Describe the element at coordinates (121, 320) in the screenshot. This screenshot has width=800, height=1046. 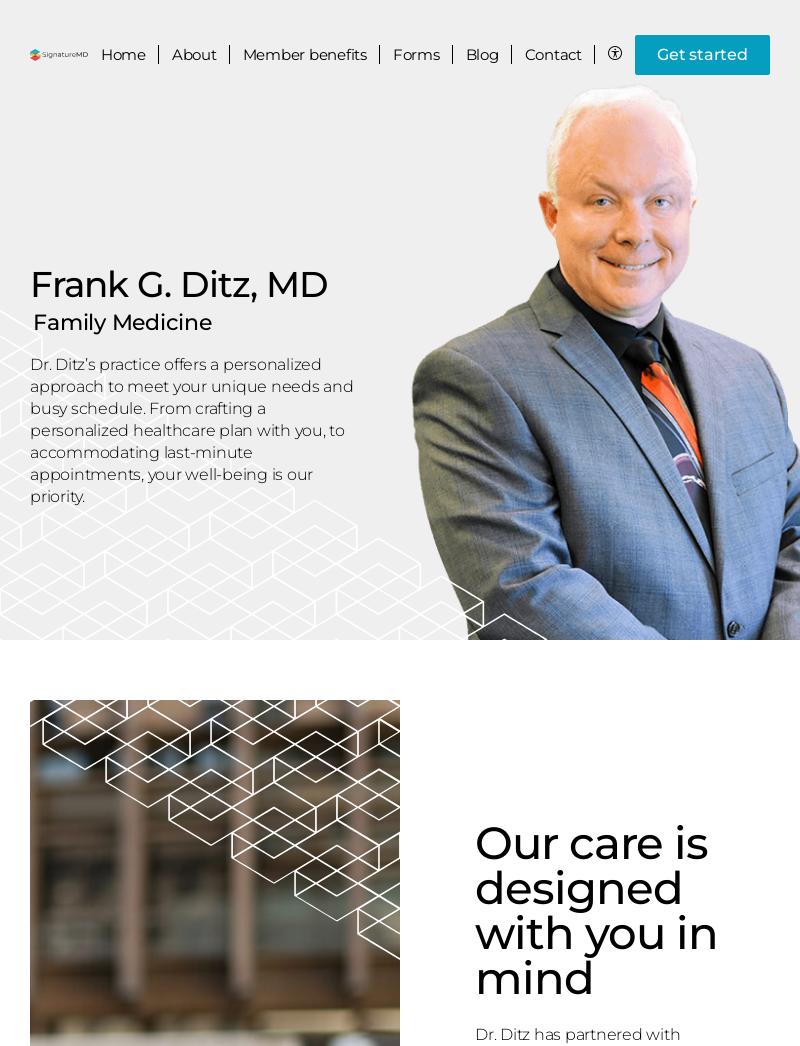
I see `'Family Medicine'` at that location.